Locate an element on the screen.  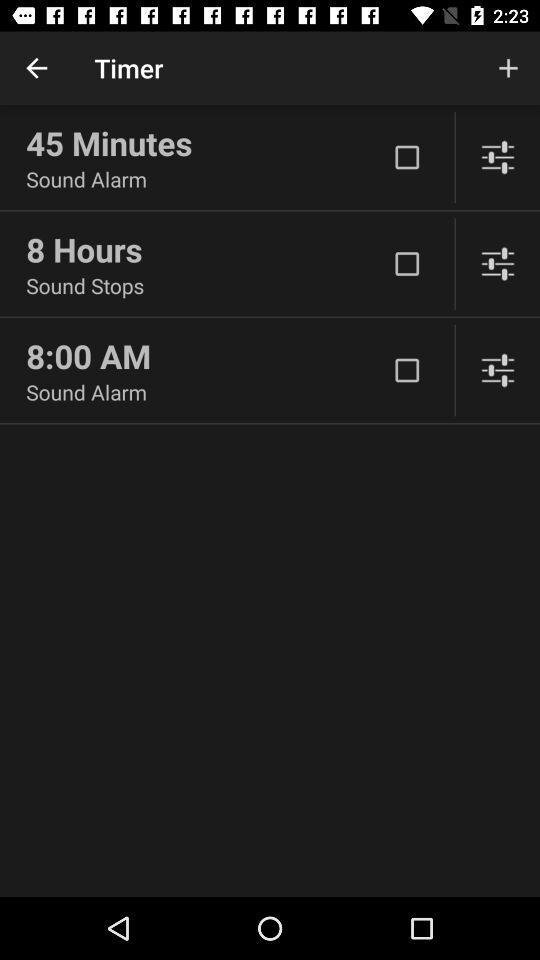
sound stops icon is located at coordinates (205, 284).